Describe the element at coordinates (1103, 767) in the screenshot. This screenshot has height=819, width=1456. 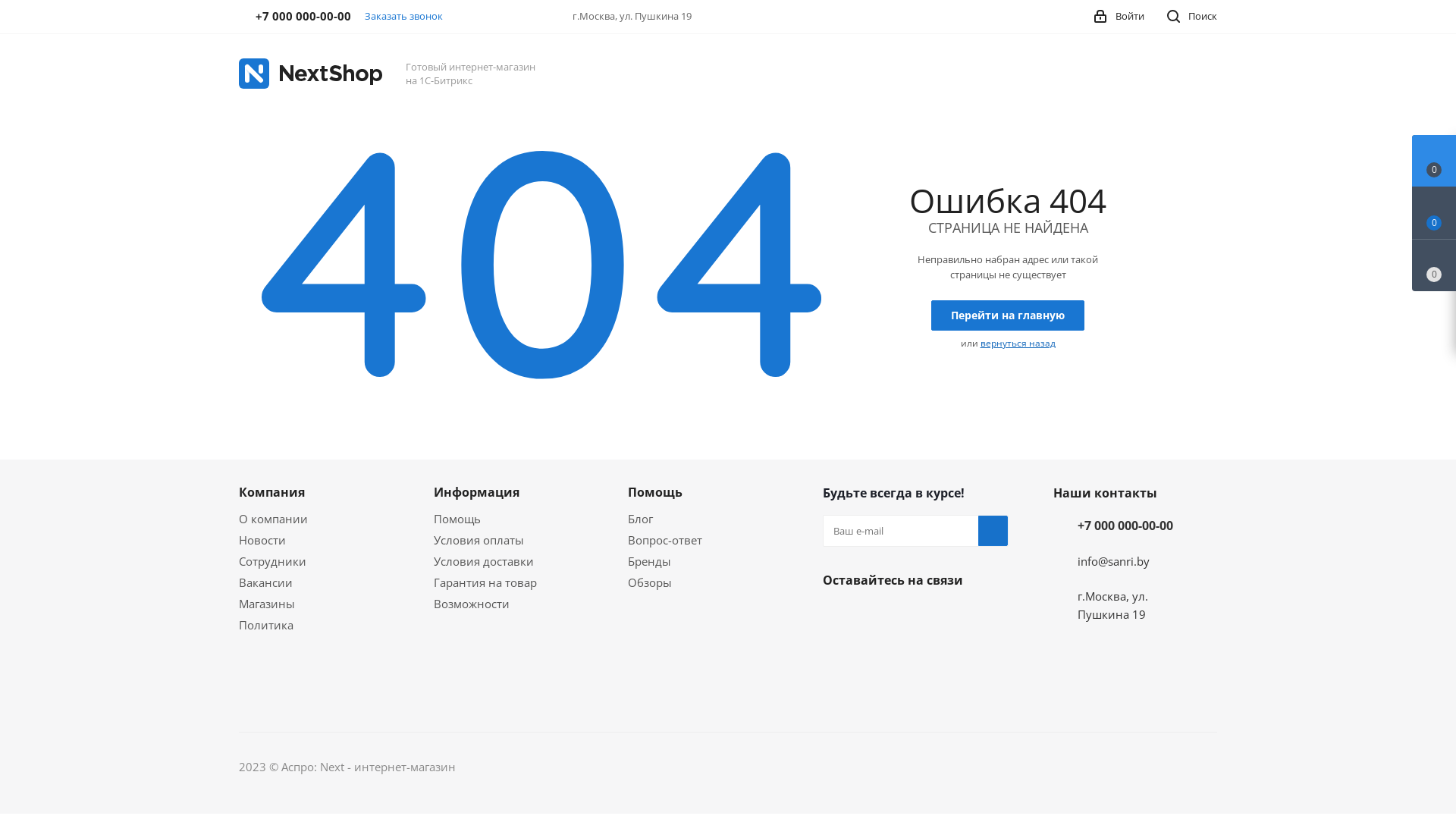
I see `'WebMoney'` at that location.